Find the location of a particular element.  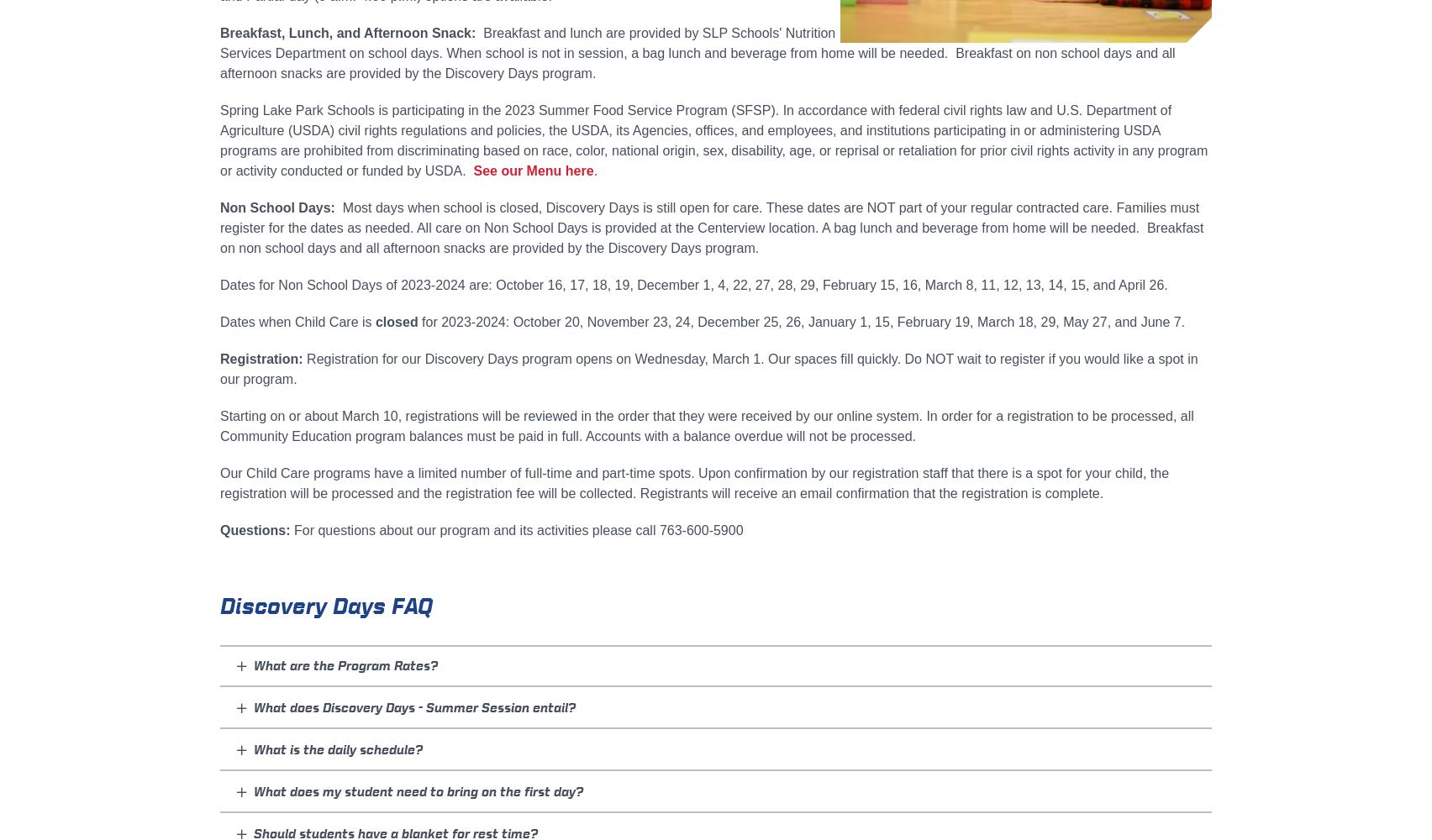

'What are the Program Rates?' is located at coordinates (252, 665).